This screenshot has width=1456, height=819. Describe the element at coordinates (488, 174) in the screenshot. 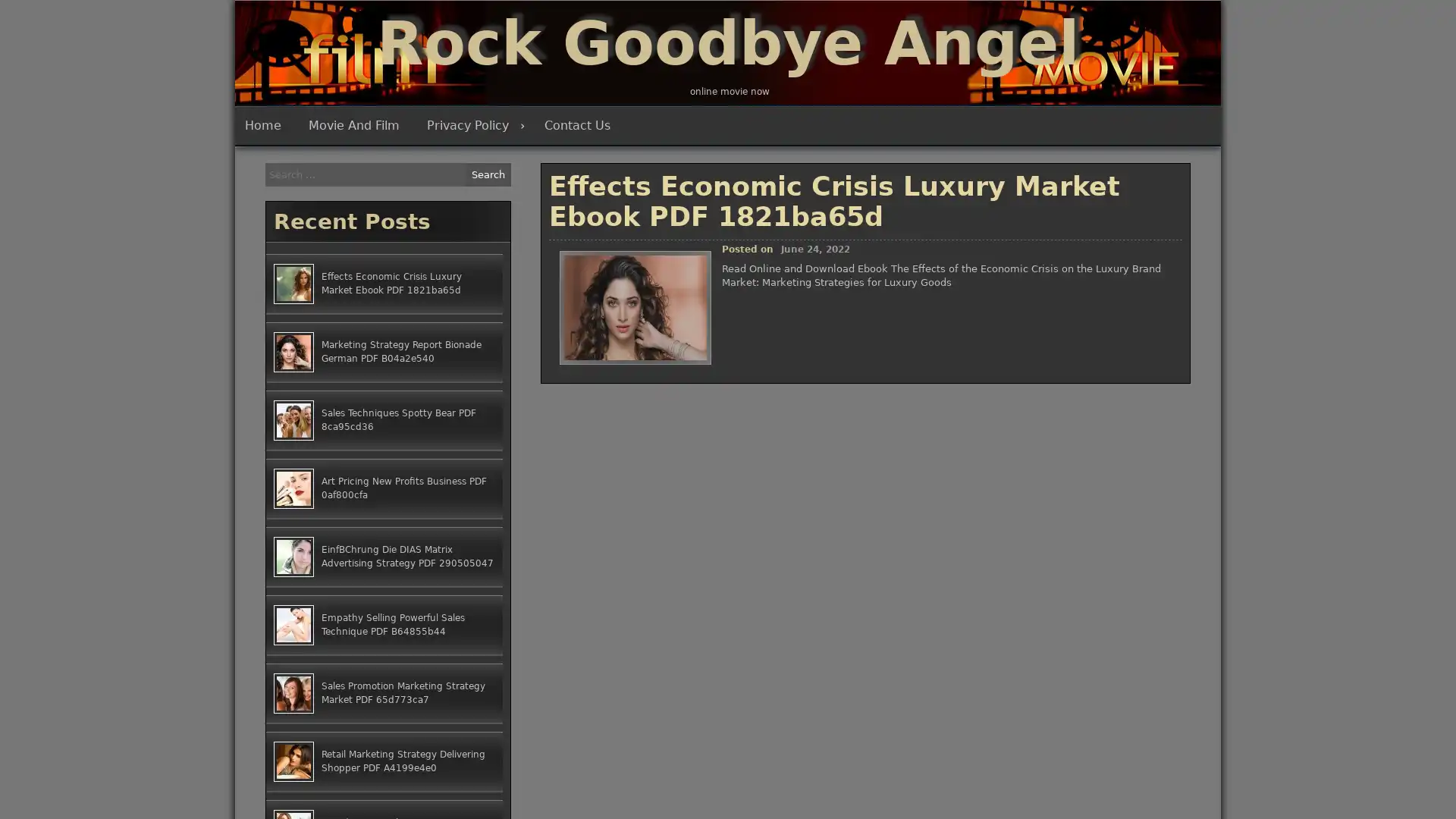

I see `Search` at that location.